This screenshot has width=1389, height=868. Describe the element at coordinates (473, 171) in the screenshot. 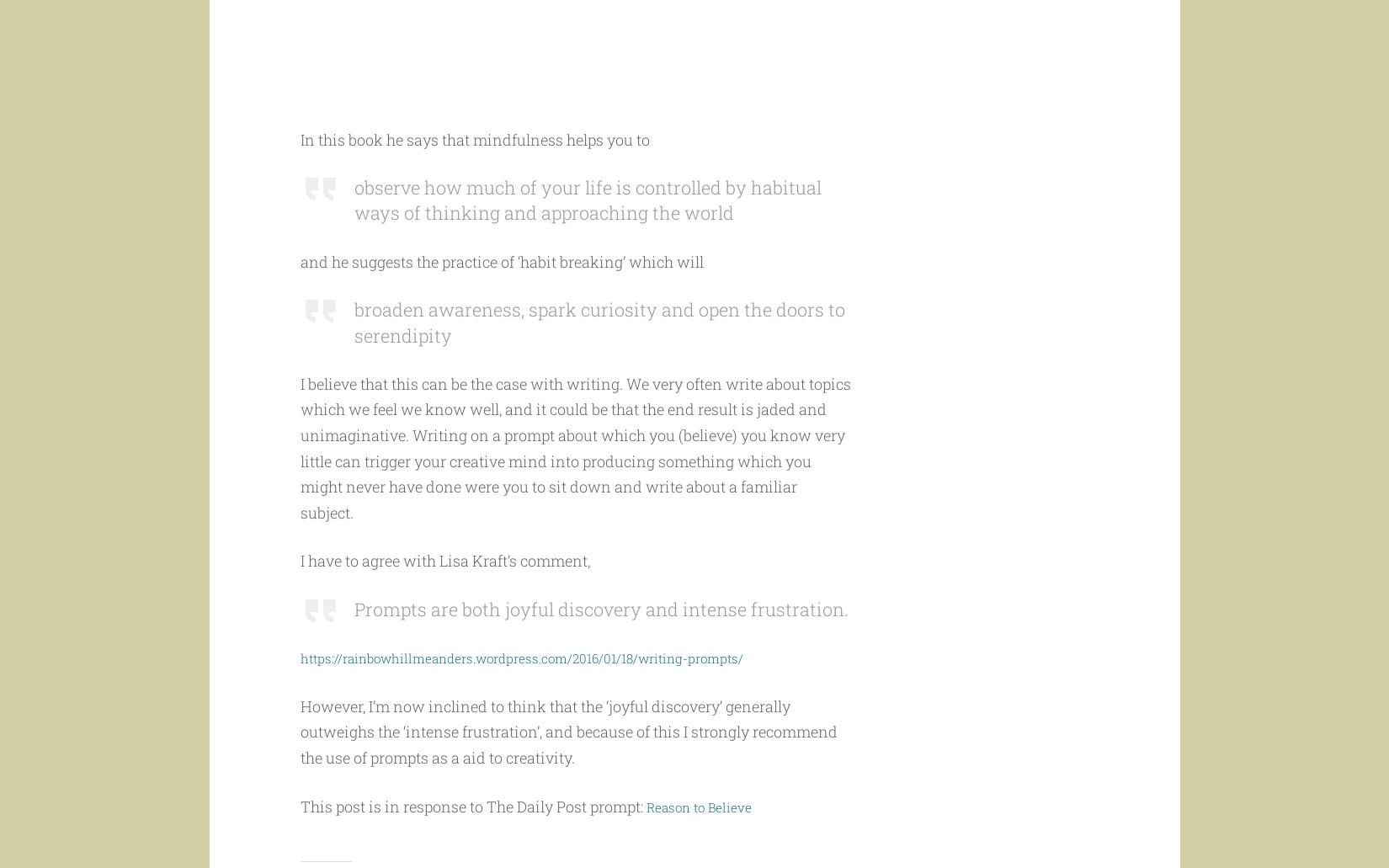

I see `'In this book he says that mindfulness helps you to'` at that location.